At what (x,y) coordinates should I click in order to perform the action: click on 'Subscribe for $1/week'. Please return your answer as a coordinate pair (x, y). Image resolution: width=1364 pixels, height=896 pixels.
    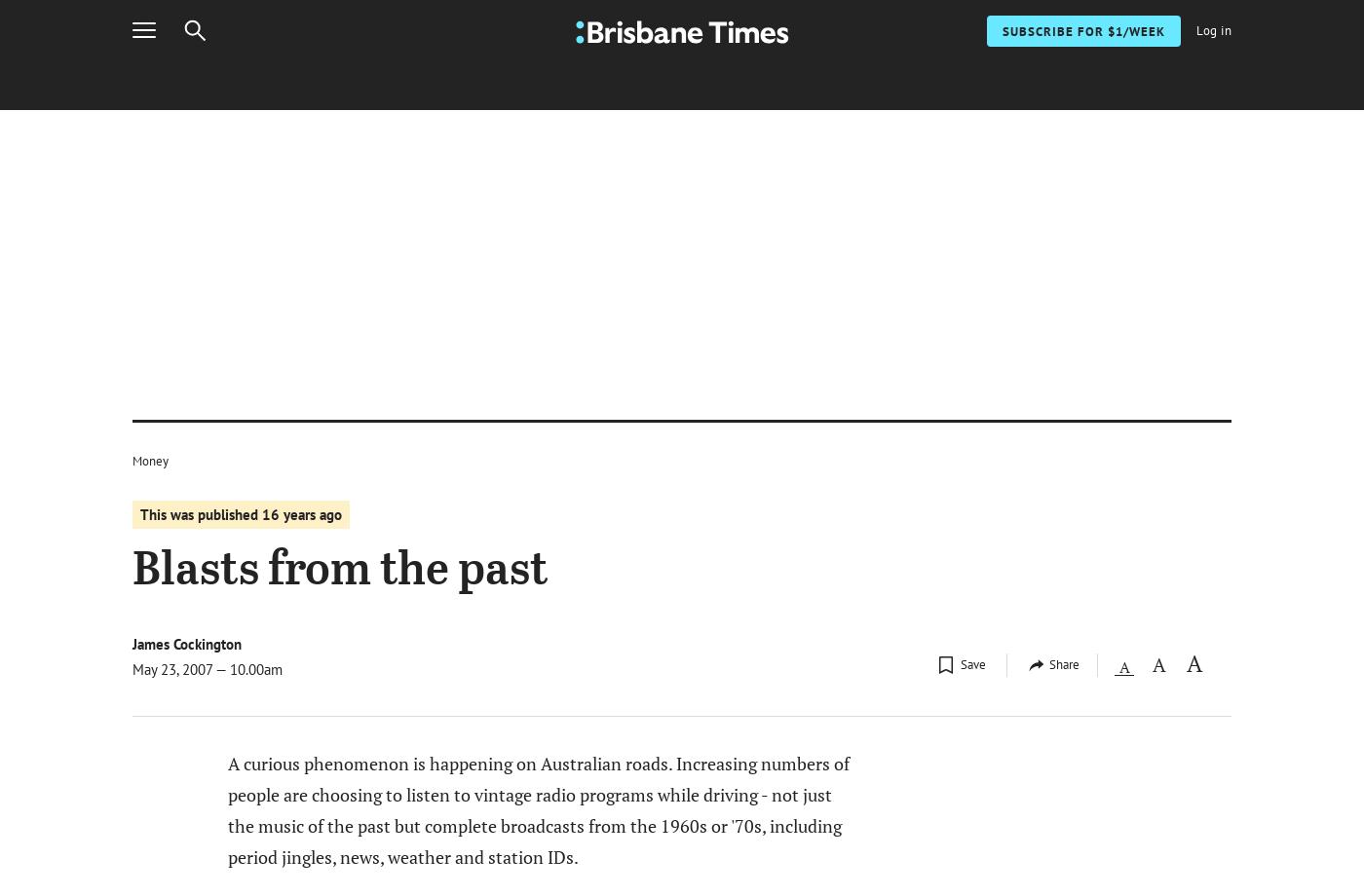
    Looking at the image, I should click on (1134, 79).